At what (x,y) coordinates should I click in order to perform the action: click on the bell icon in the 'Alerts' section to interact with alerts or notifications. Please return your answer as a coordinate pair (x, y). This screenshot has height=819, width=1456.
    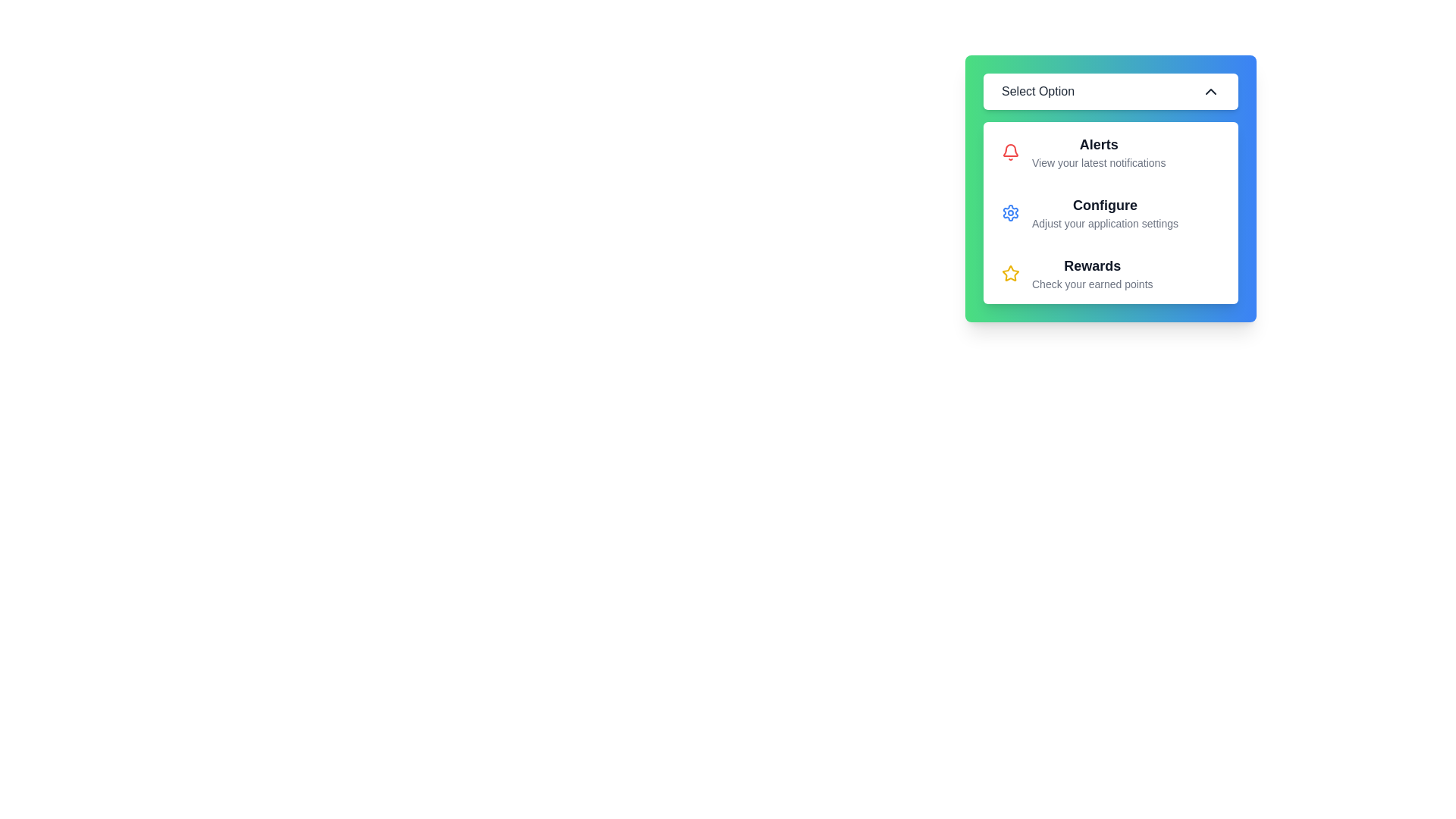
    Looking at the image, I should click on (1011, 152).